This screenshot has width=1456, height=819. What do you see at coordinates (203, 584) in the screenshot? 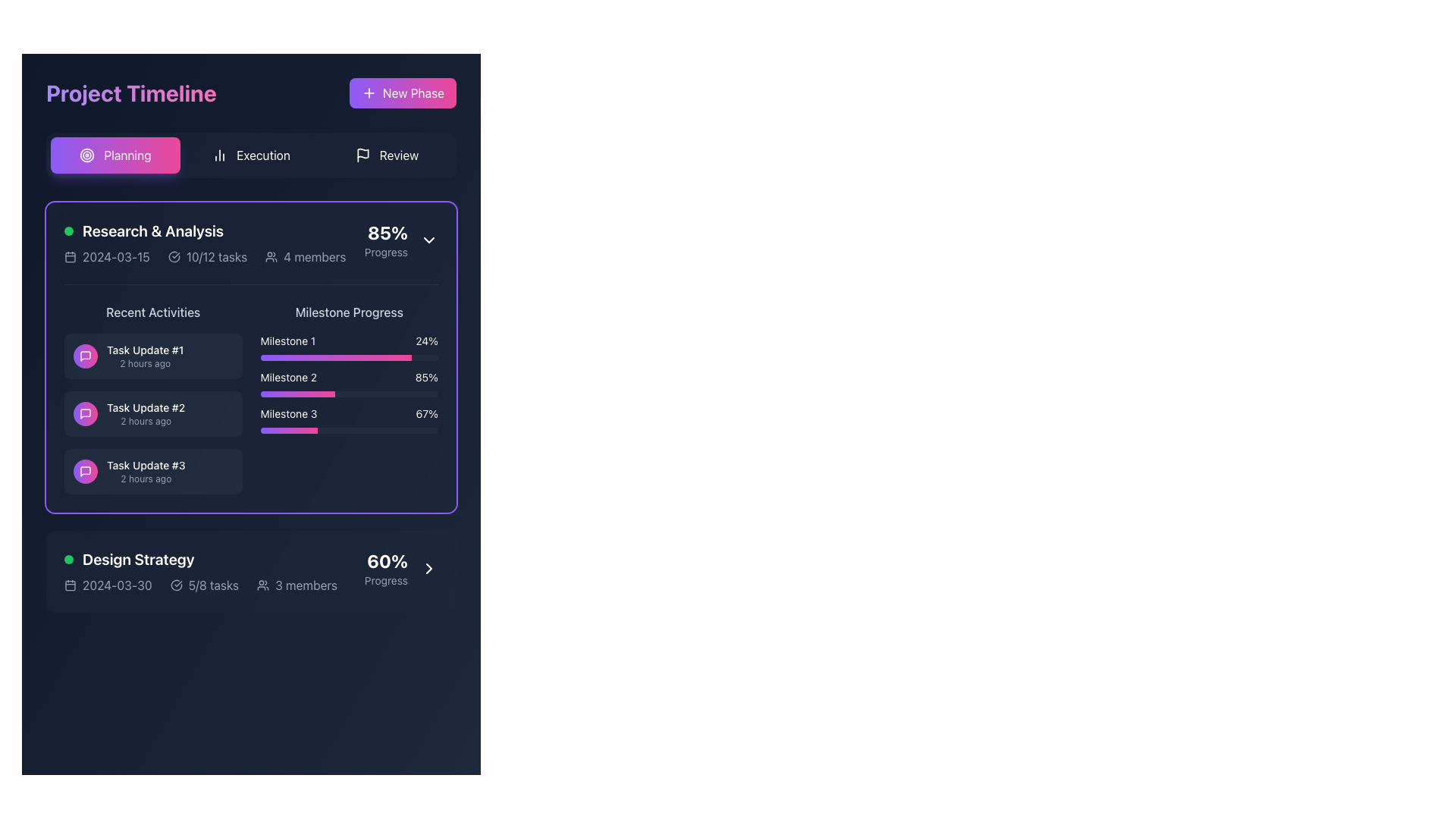
I see `the minimalist icon with a checkmark and the text '5/8 tasks' in the 'Design Strategy' section, located between the '2024-03-30' date and '3 members' user count` at bounding box center [203, 584].